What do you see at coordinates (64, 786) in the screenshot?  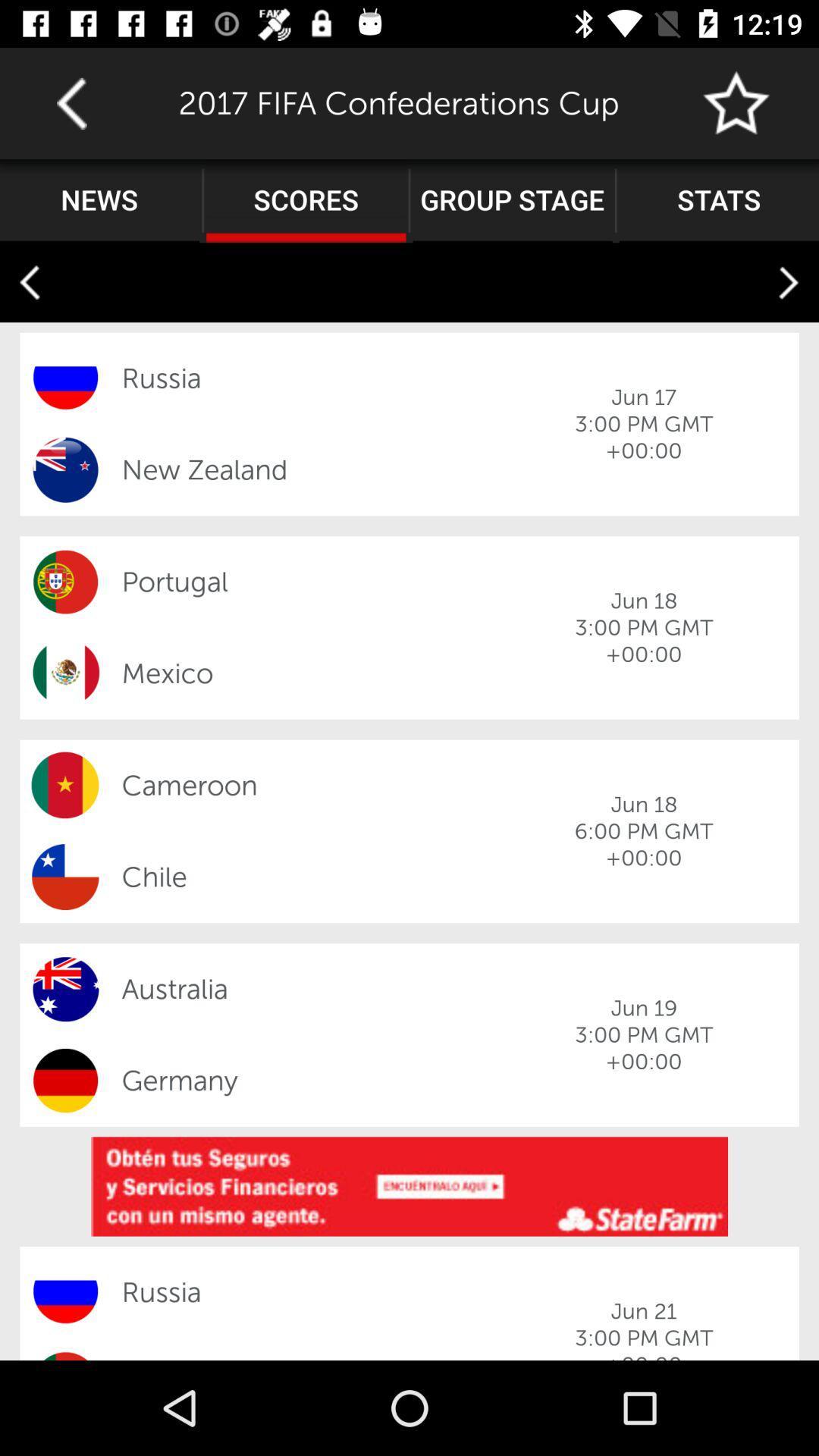 I see `icon left to cameroon` at bounding box center [64, 786].